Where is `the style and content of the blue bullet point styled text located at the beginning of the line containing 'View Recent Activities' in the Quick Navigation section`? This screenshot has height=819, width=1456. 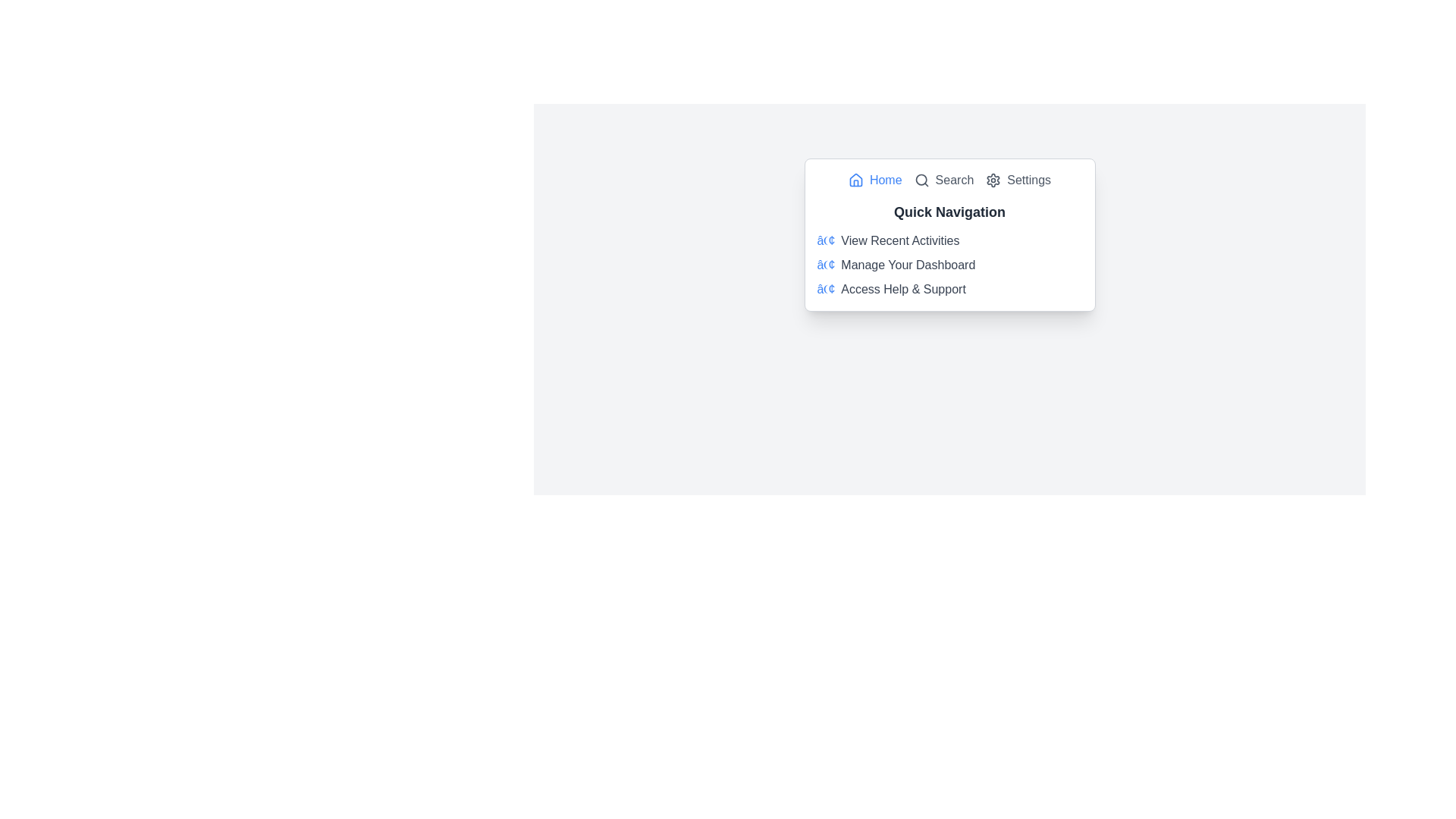 the style and content of the blue bullet point styled text located at the beginning of the line containing 'View Recent Activities' in the Quick Navigation section is located at coordinates (825, 240).